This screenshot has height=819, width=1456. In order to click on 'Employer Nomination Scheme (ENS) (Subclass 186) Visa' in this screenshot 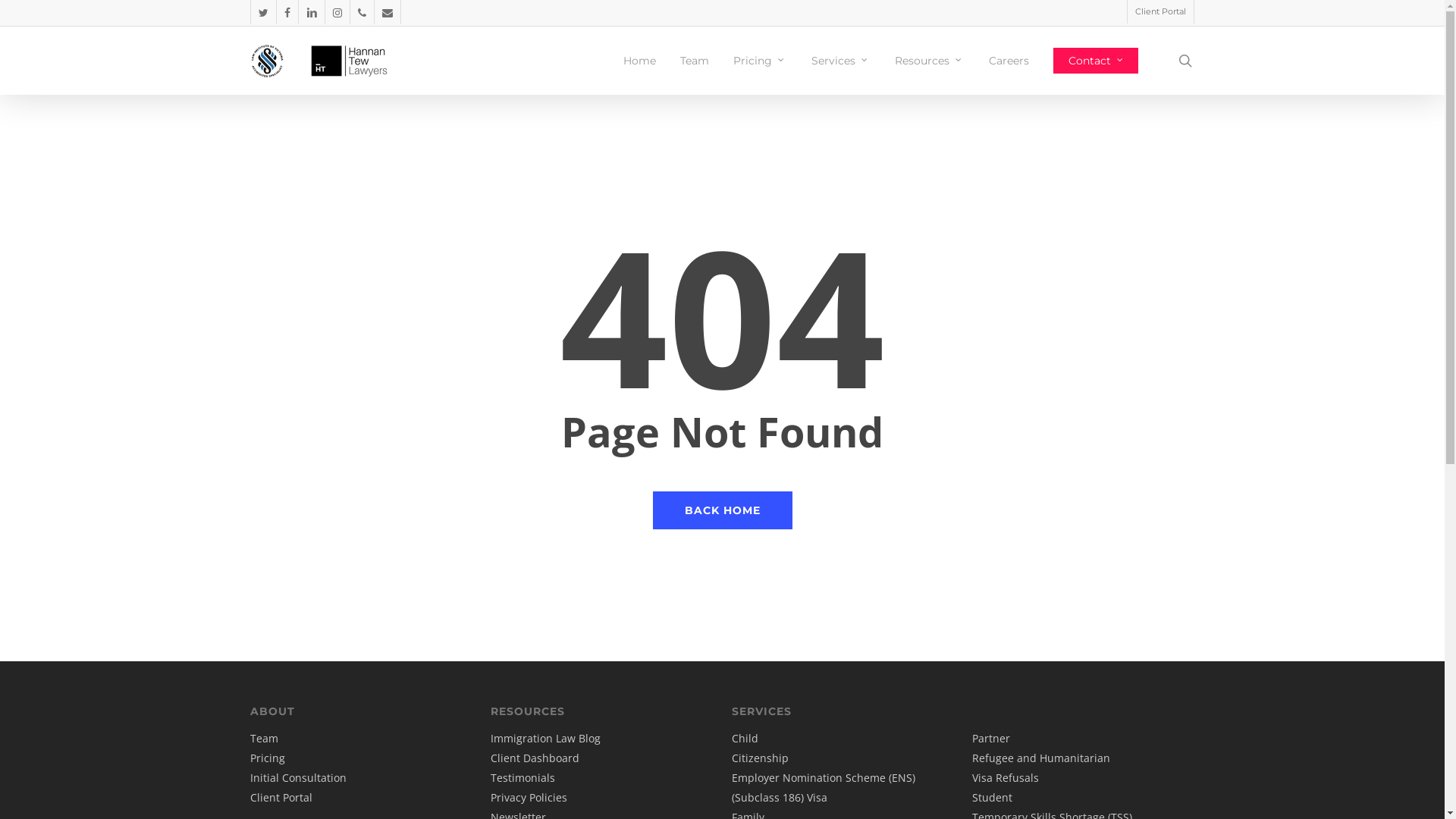, I will do `click(822, 786)`.